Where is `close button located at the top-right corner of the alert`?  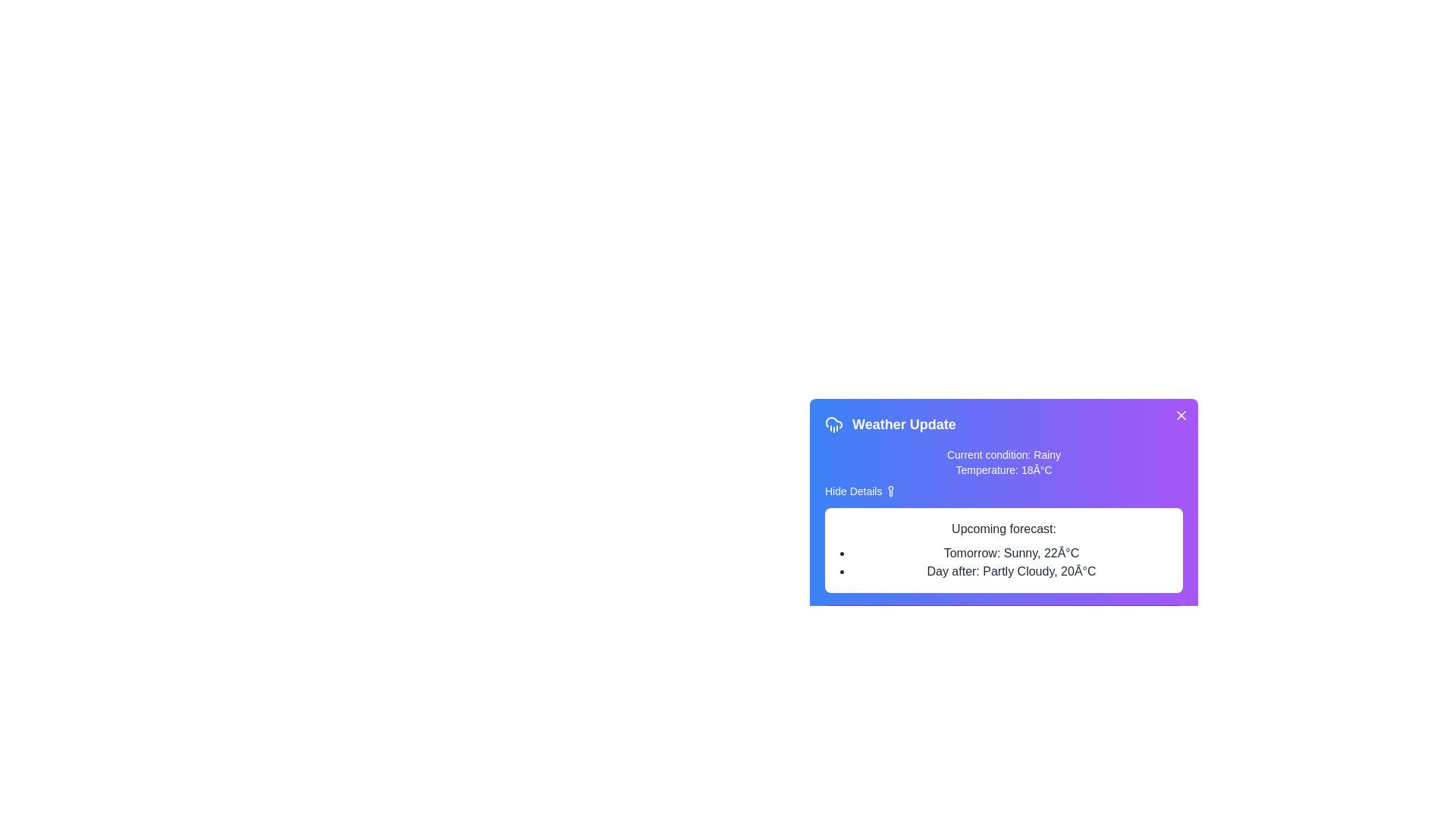
close button located at the top-right corner of the alert is located at coordinates (1181, 415).